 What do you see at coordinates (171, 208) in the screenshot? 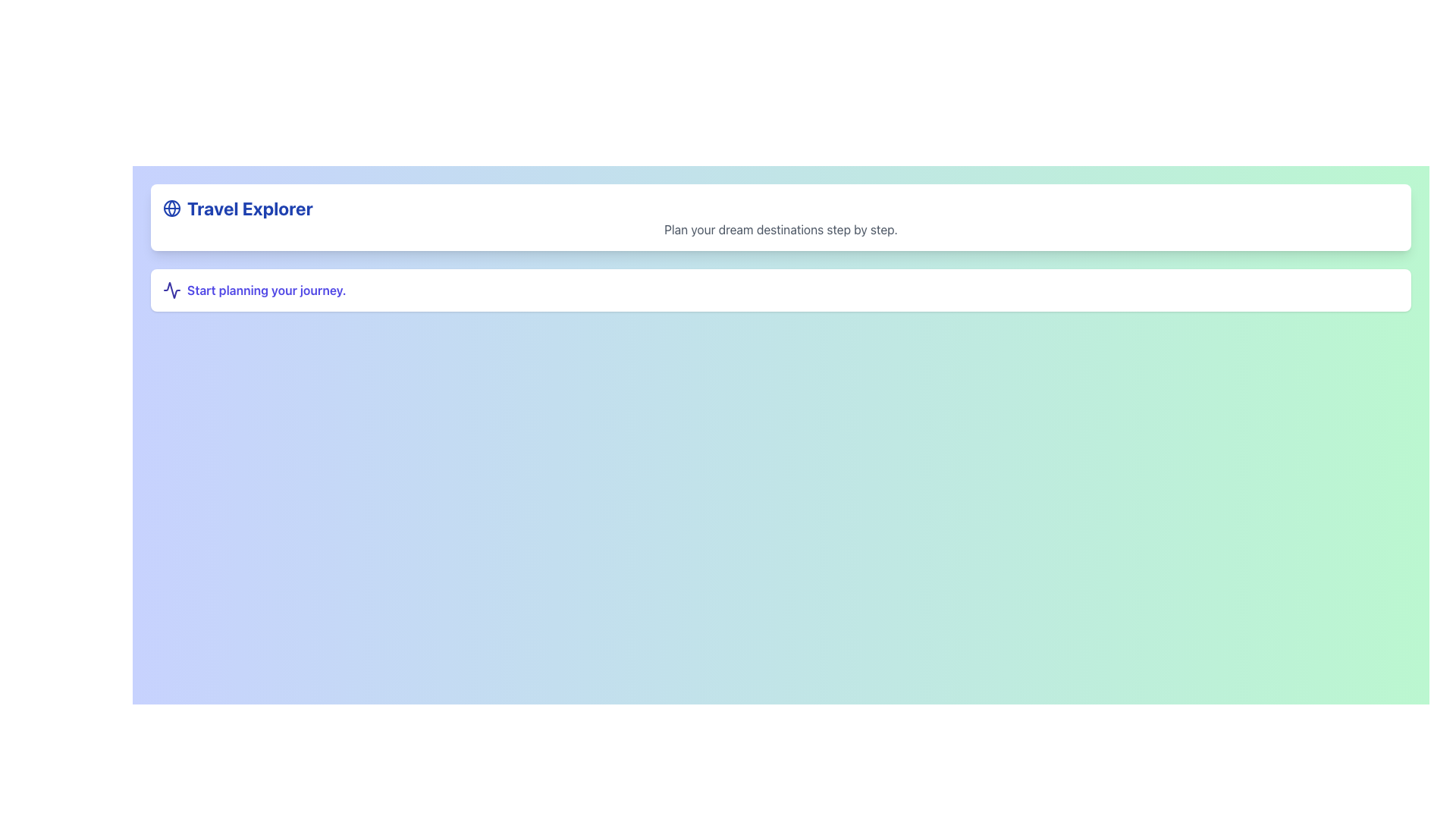
I see `the Circle element of the SVG graphic that is part of the 'Travel Explorer' logo located in the upper-left quadrant of the interface` at bounding box center [171, 208].